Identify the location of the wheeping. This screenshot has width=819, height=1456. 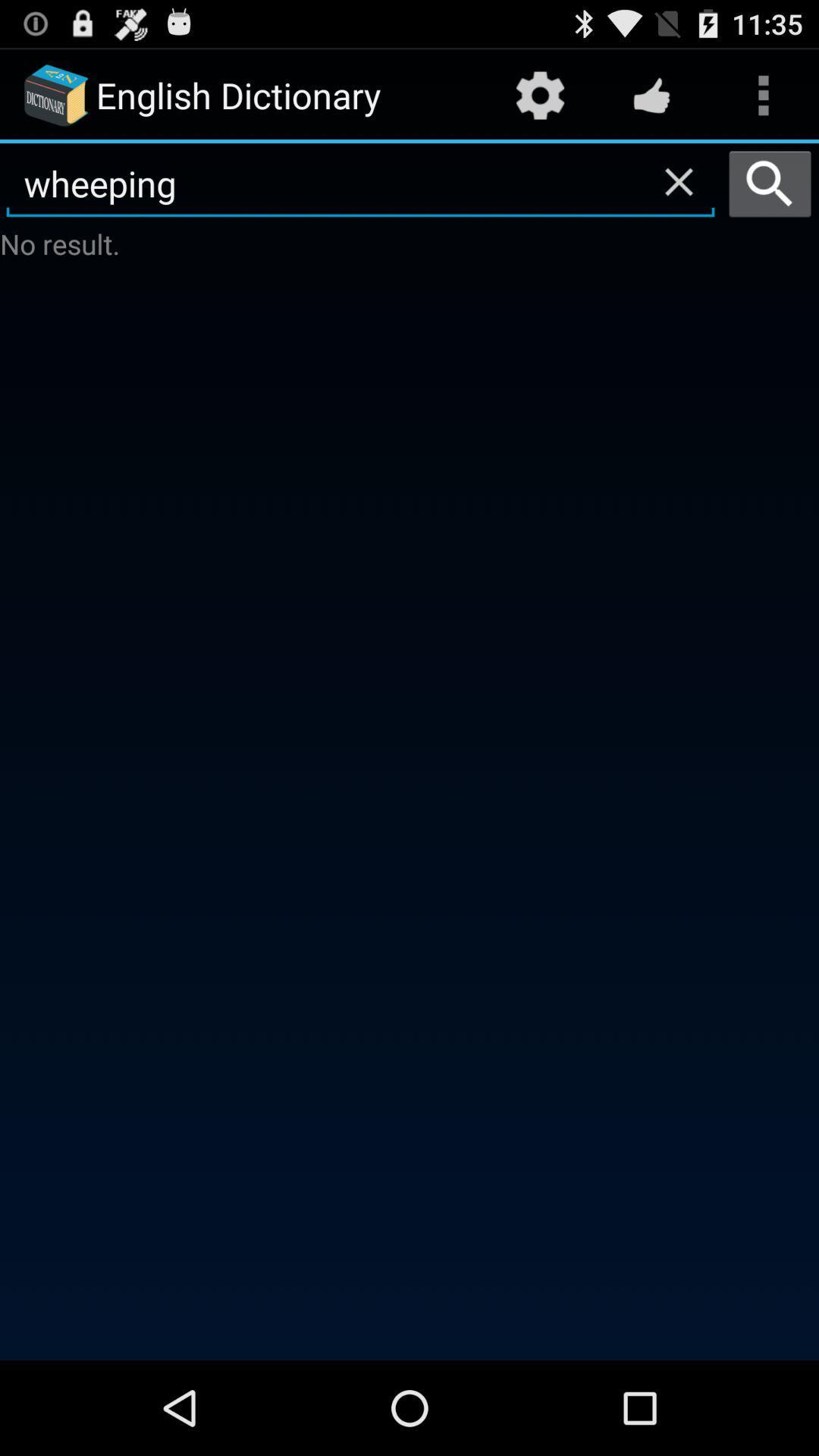
(360, 184).